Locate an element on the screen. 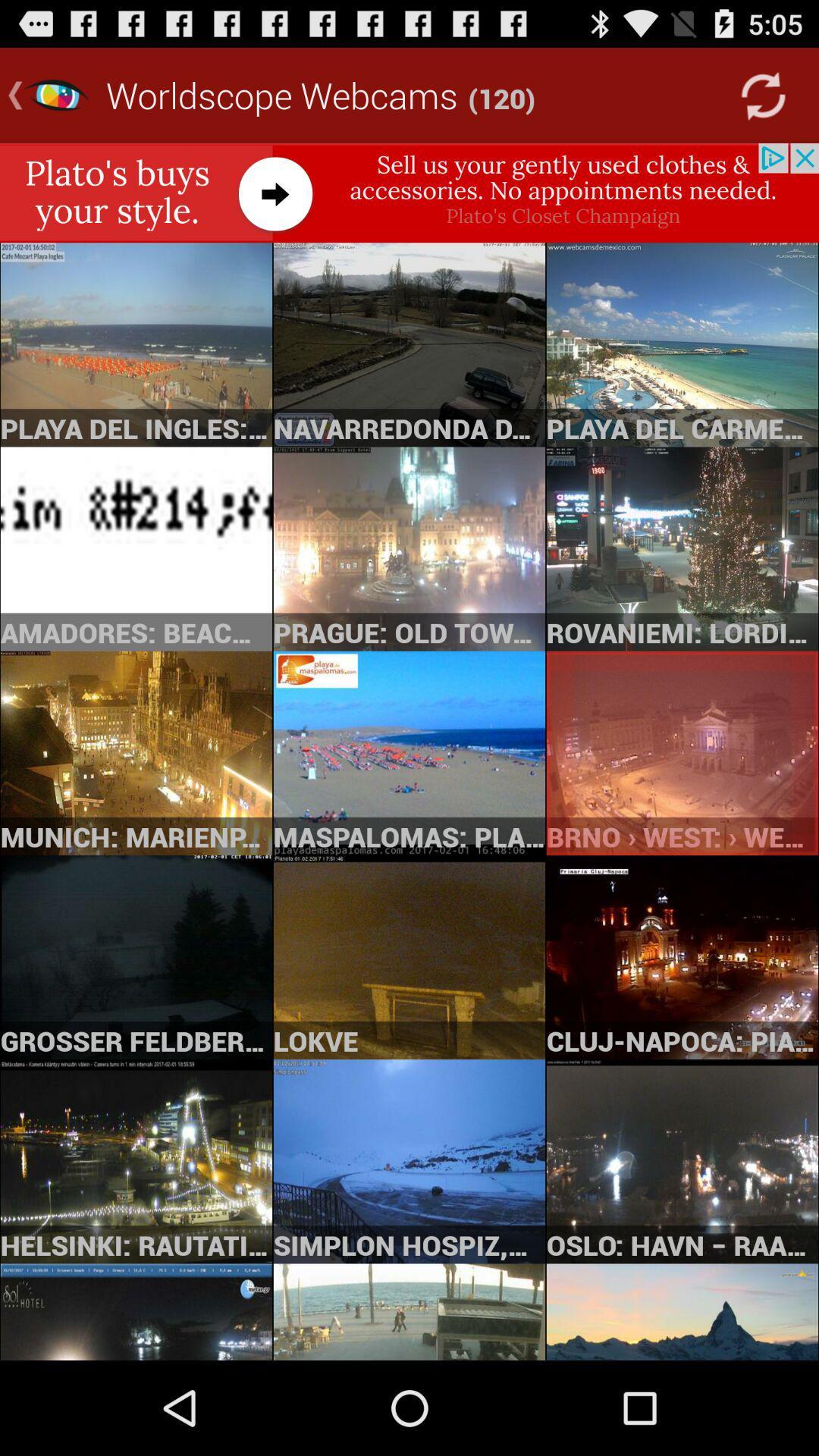 This screenshot has width=819, height=1456. visit plato 's is located at coordinates (409, 192).